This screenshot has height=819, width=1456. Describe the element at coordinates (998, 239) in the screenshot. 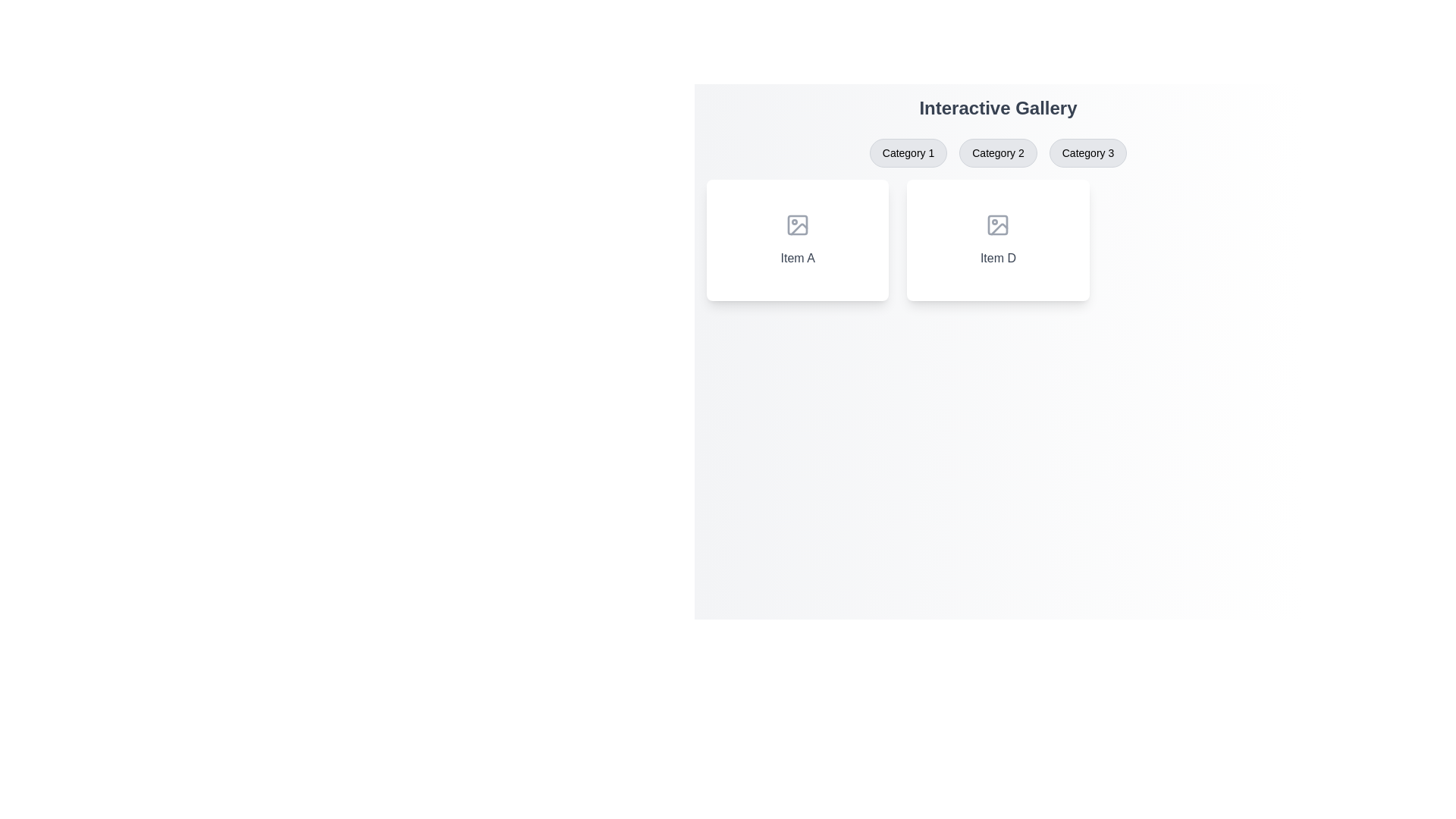

I see `the card component with a white background and the label 'Item D', which is the second card in the second column of the layout` at that location.